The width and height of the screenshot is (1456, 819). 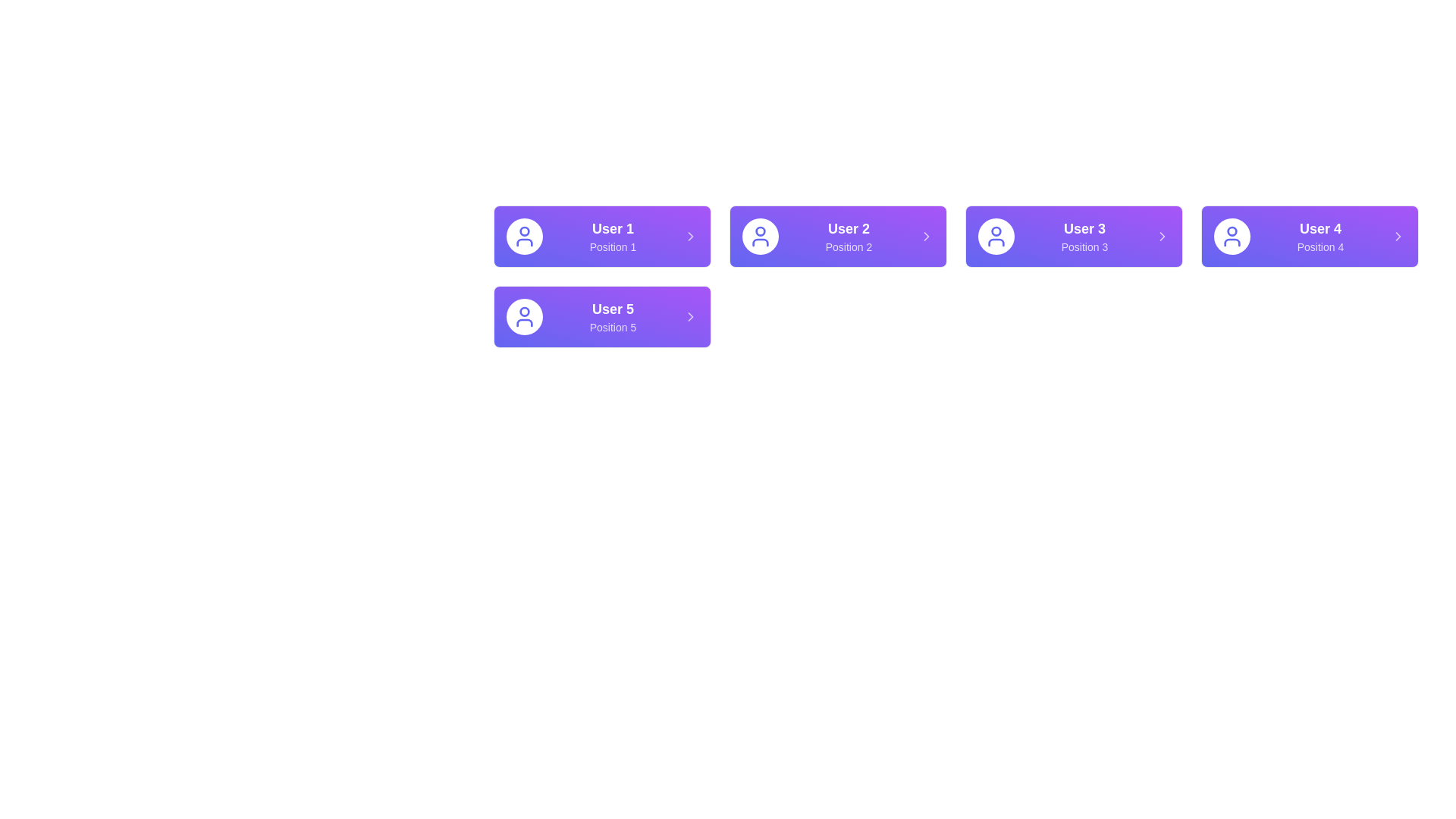 I want to click on the user avatar located at the left end of the card labeled 'User 3 Position 3', so click(x=996, y=237).